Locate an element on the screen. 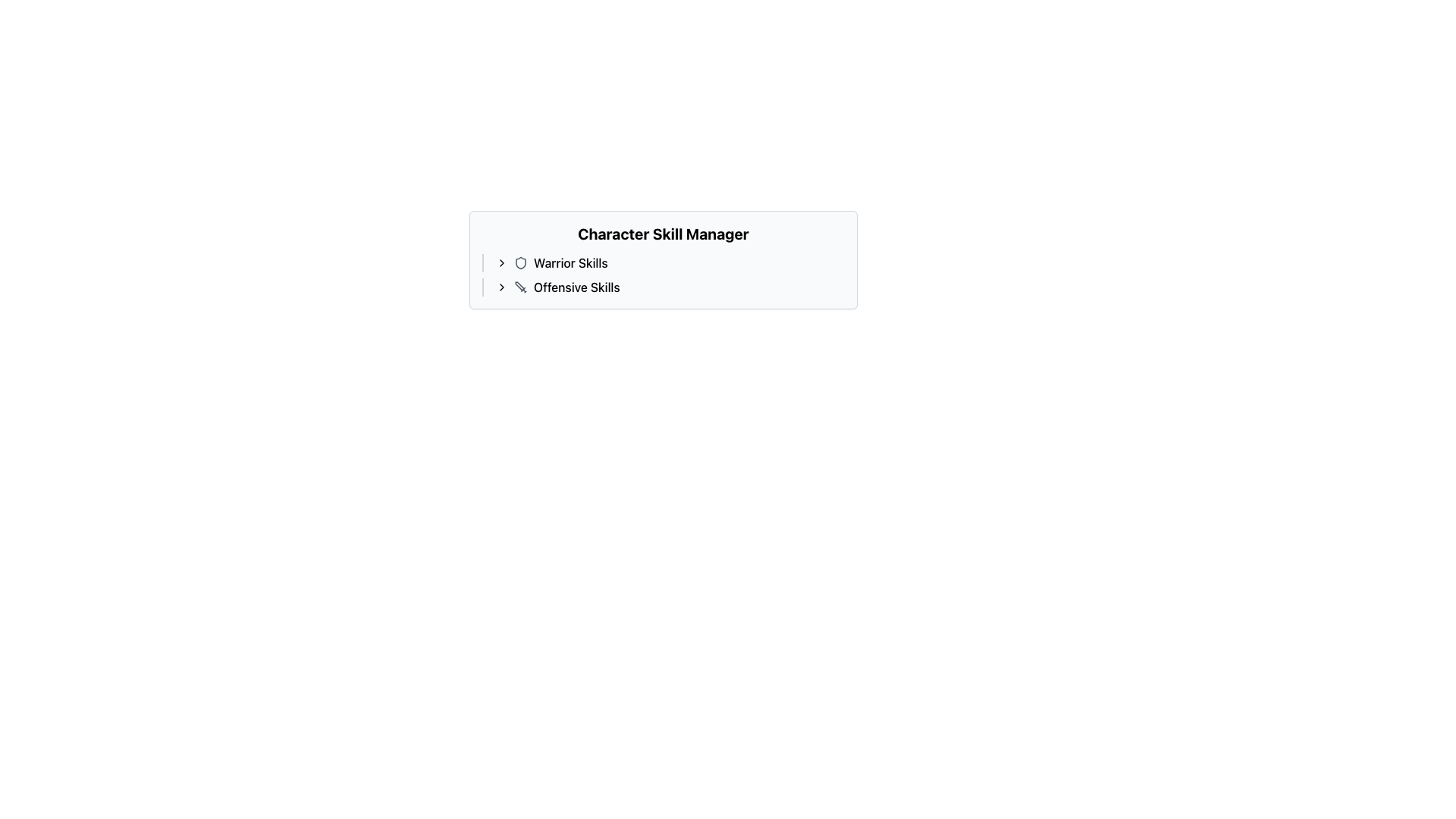  the chevron icon is located at coordinates (502, 287).